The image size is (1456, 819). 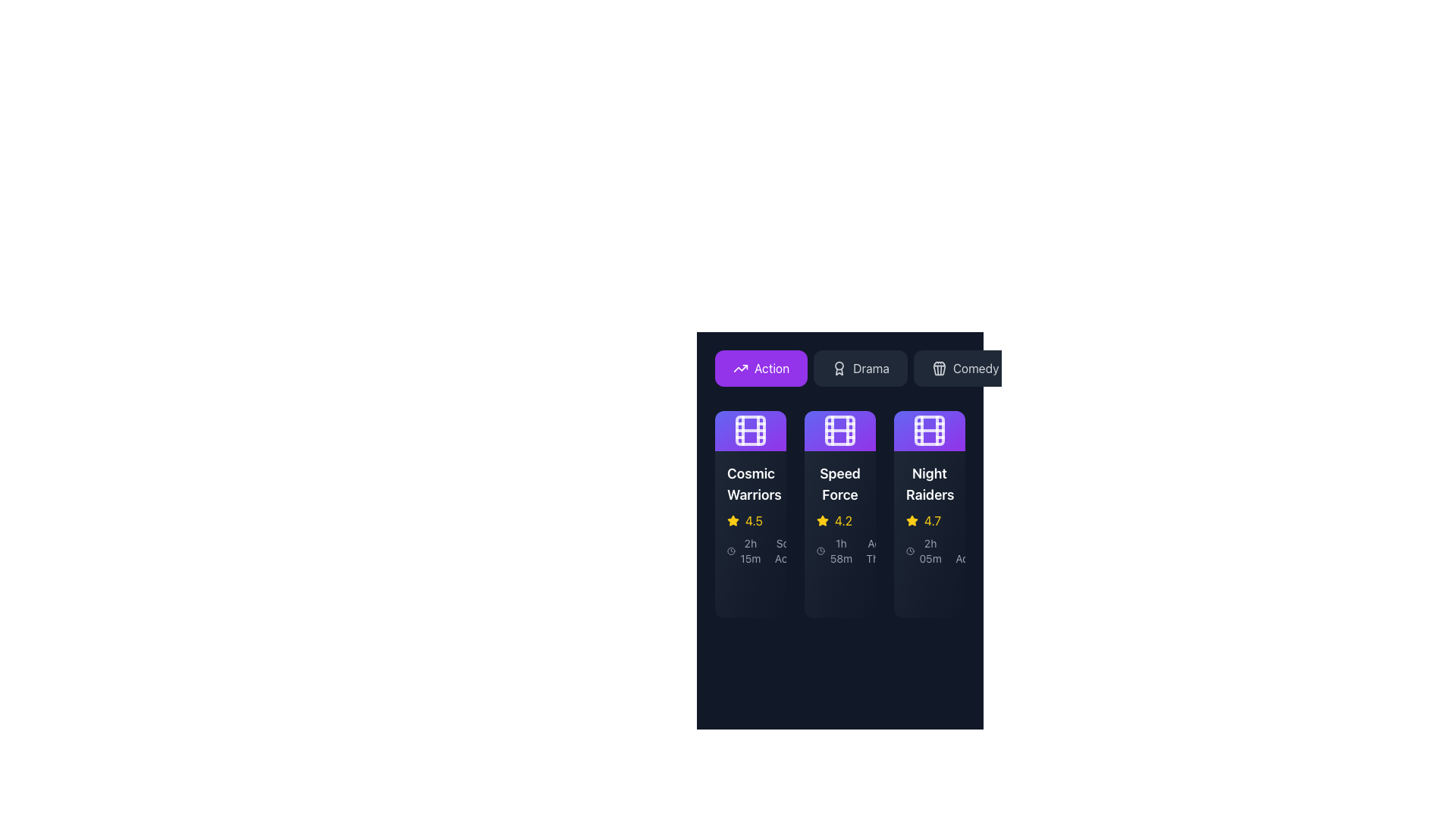 What do you see at coordinates (771, 369) in the screenshot?
I see `on the 'Action' text label within the purple button located in the top-left section of the interface, next` at bounding box center [771, 369].